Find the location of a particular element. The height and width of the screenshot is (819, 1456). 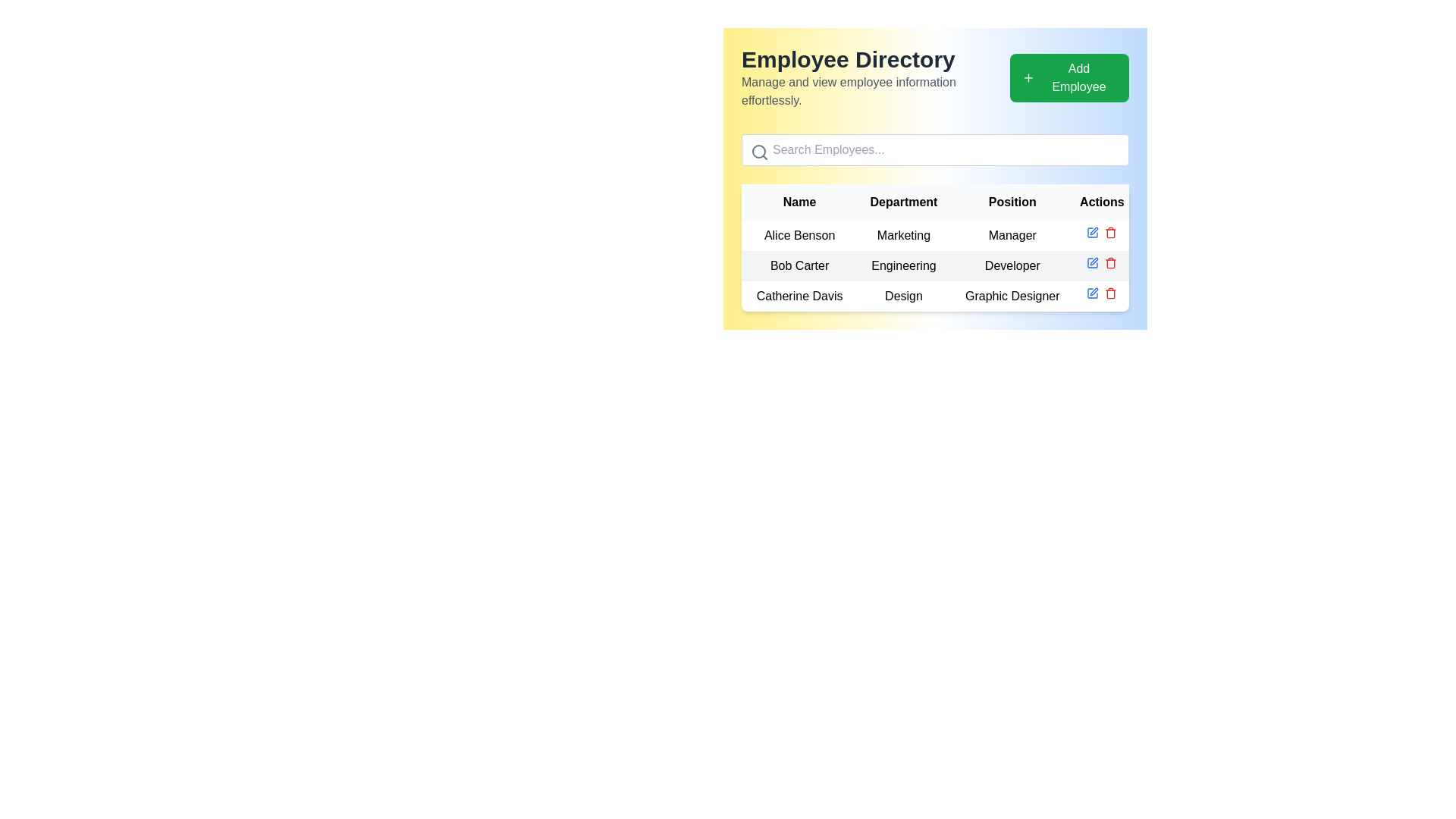

properties of the circular SVG component that is part of the magnifying glass icon located to the left of the search input field, in order to modify its styling is located at coordinates (759, 152).